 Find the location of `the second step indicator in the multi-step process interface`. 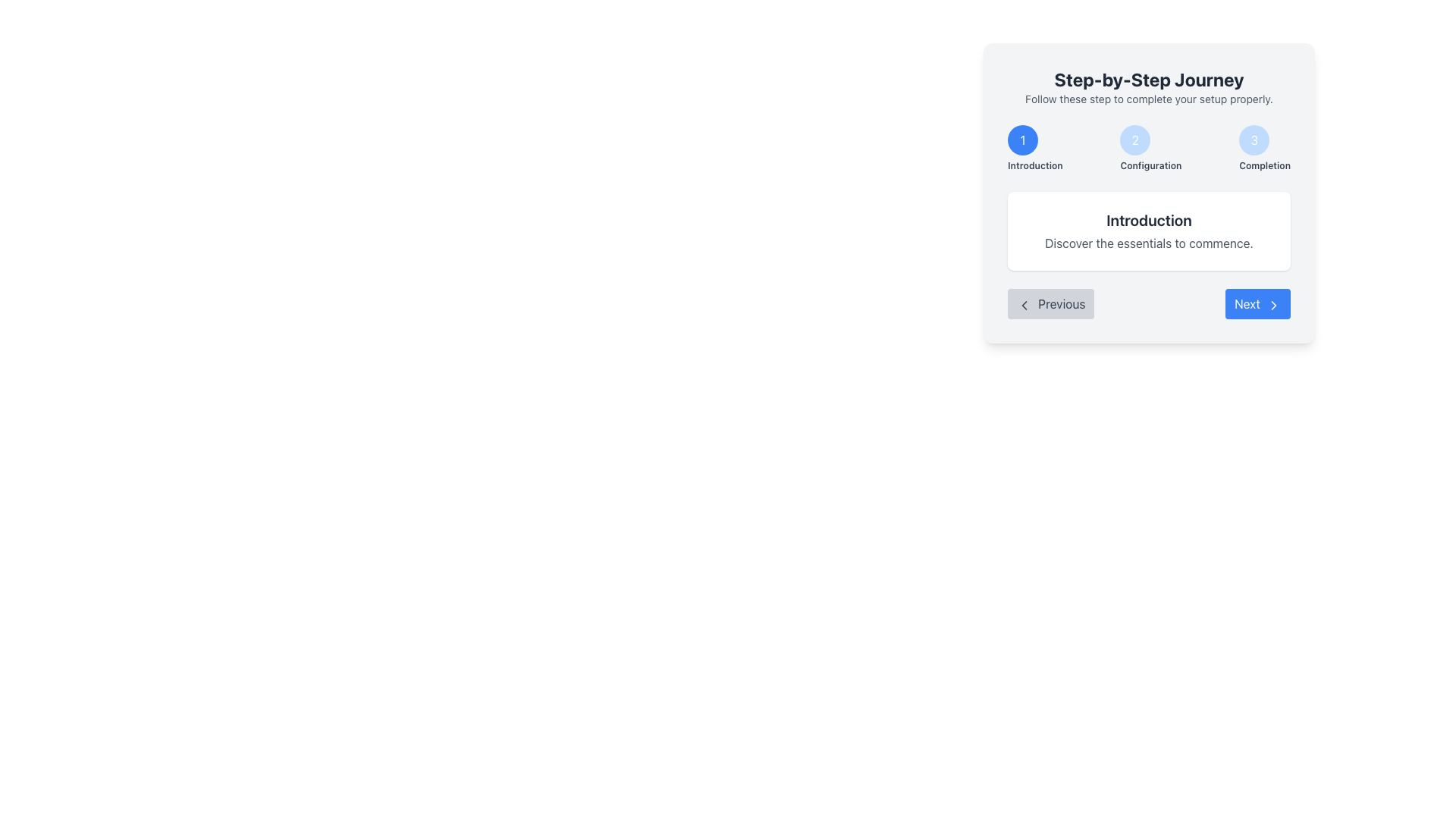

the second step indicator in the multi-step process interface is located at coordinates (1150, 149).